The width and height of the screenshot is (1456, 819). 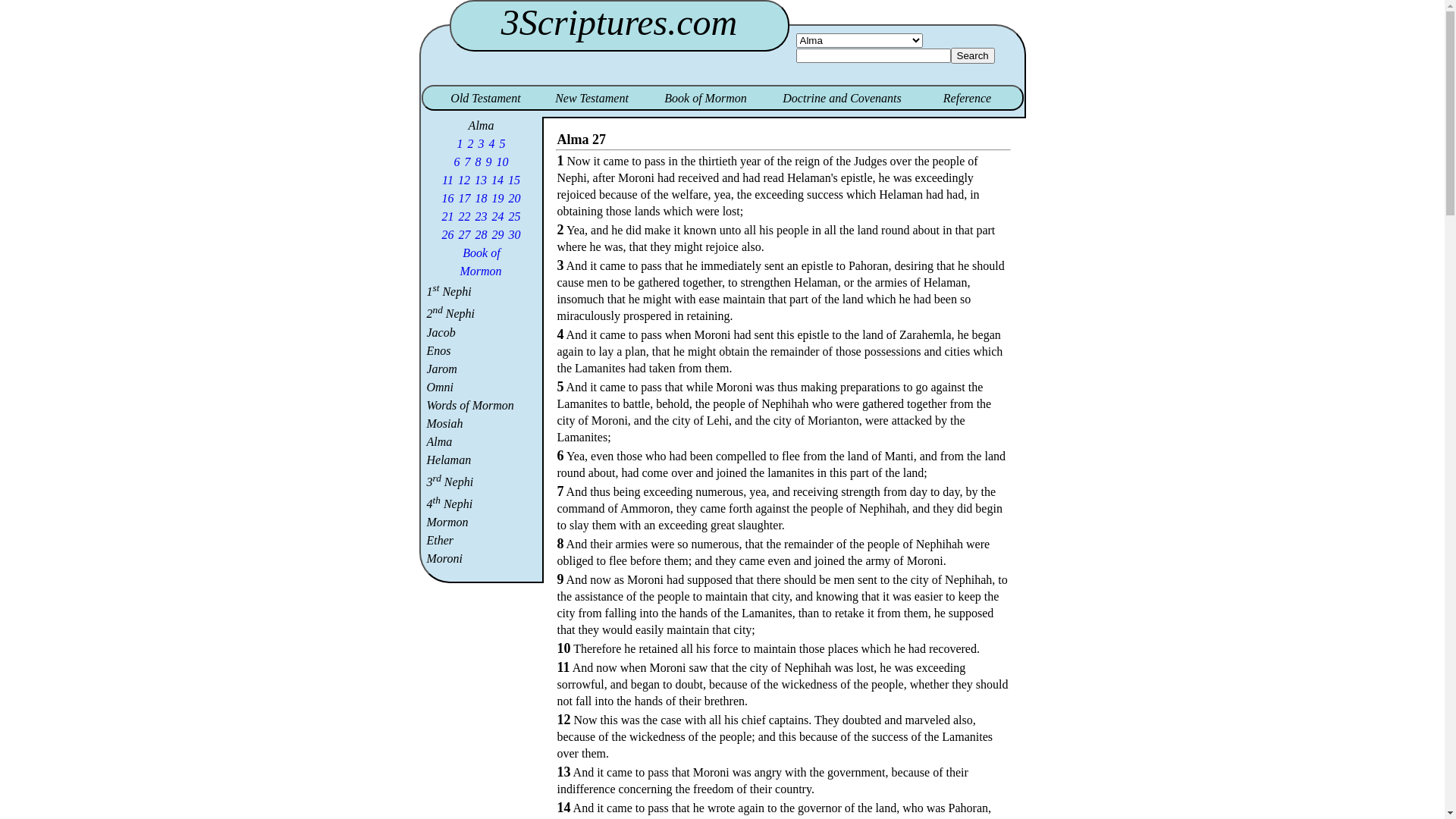 What do you see at coordinates (469, 143) in the screenshot?
I see `'2'` at bounding box center [469, 143].